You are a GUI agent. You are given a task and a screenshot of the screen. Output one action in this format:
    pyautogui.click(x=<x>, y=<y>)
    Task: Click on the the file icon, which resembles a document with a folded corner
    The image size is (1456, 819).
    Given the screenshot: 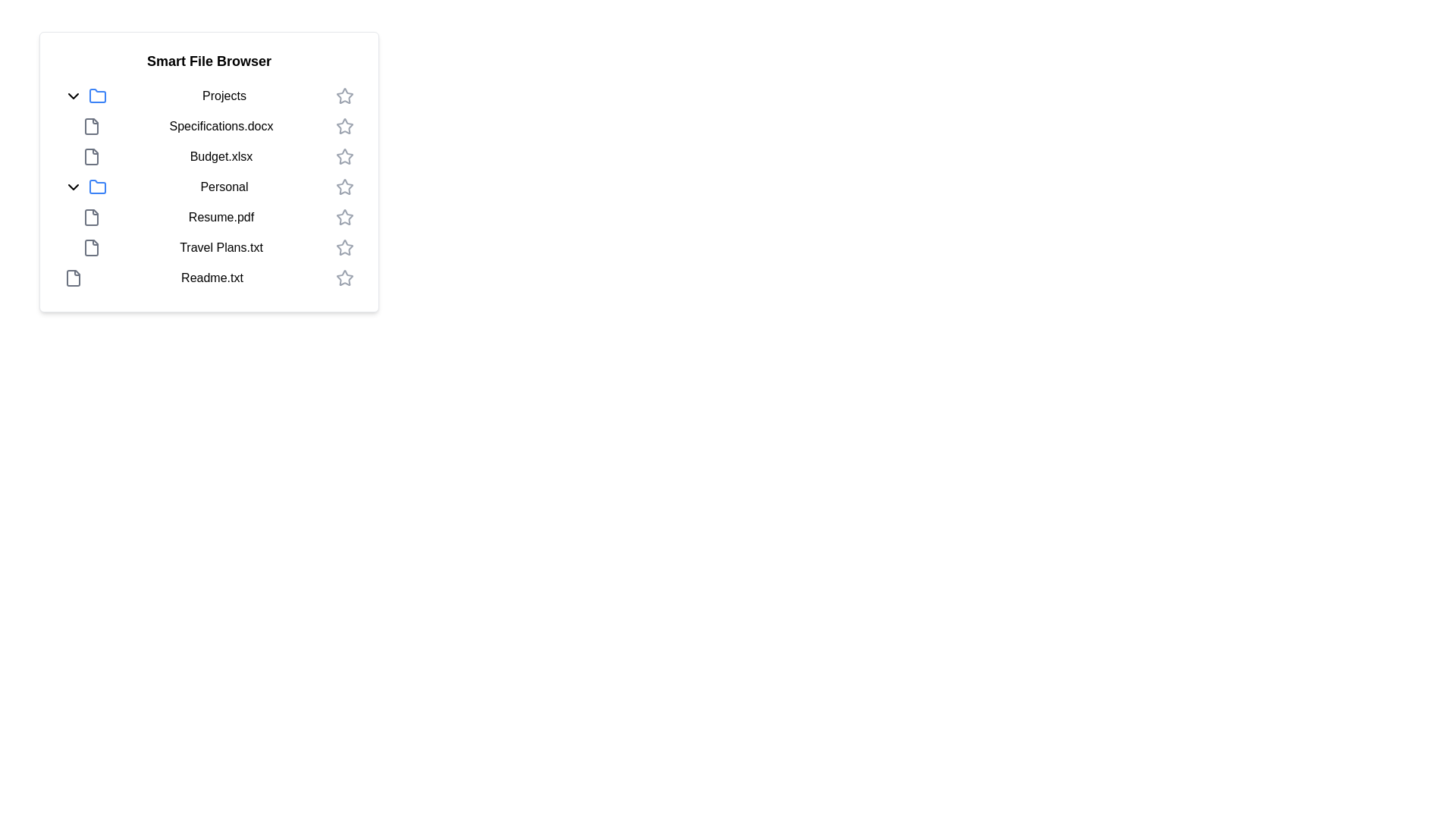 What is the action you would take?
    pyautogui.click(x=90, y=217)
    